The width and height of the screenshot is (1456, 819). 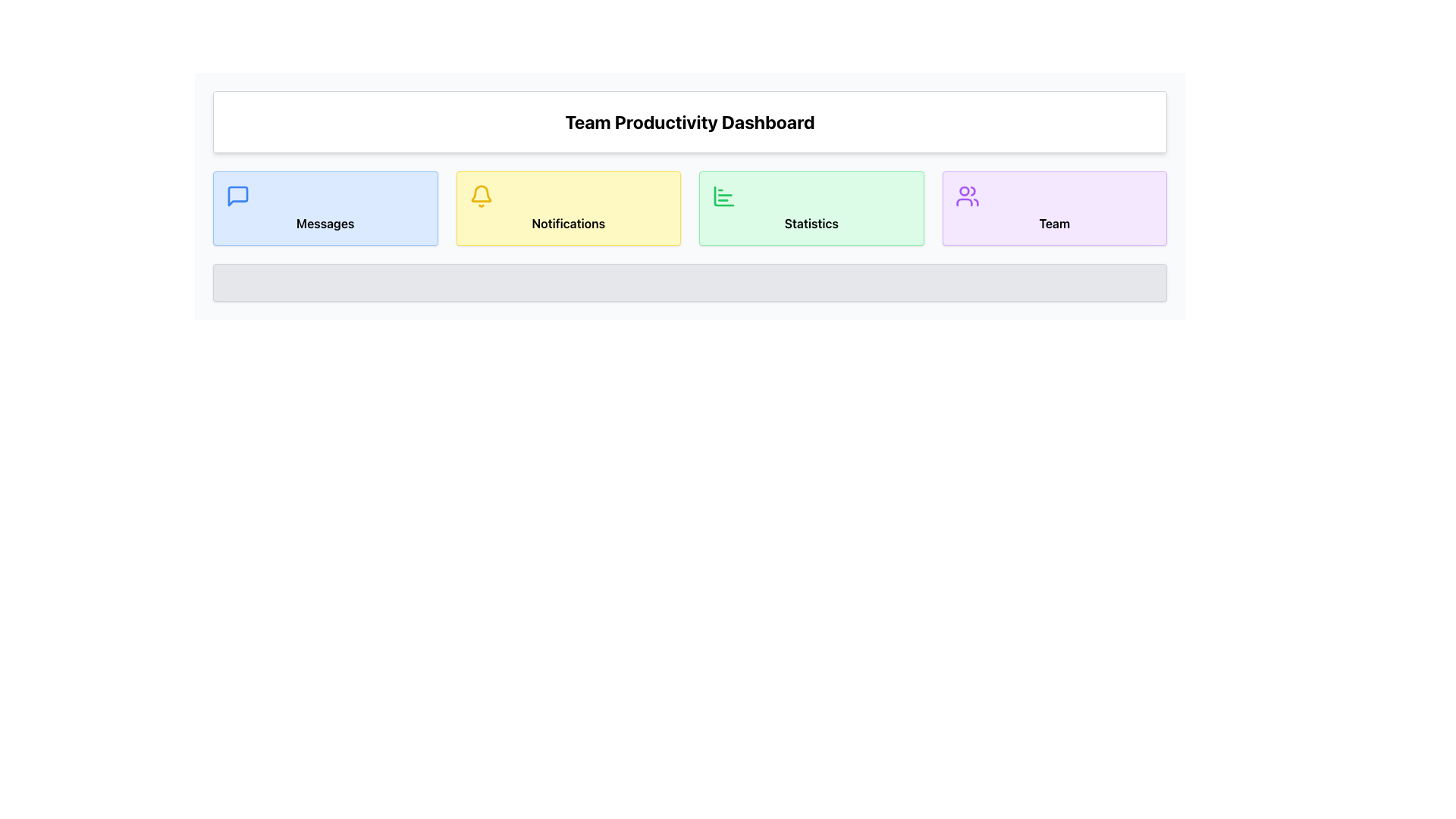 What do you see at coordinates (237, 195) in the screenshot?
I see `the 'Messages' icon, which is located inside the light blue rectangular area at the far-left of the top row of main sections` at bounding box center [237, 195].